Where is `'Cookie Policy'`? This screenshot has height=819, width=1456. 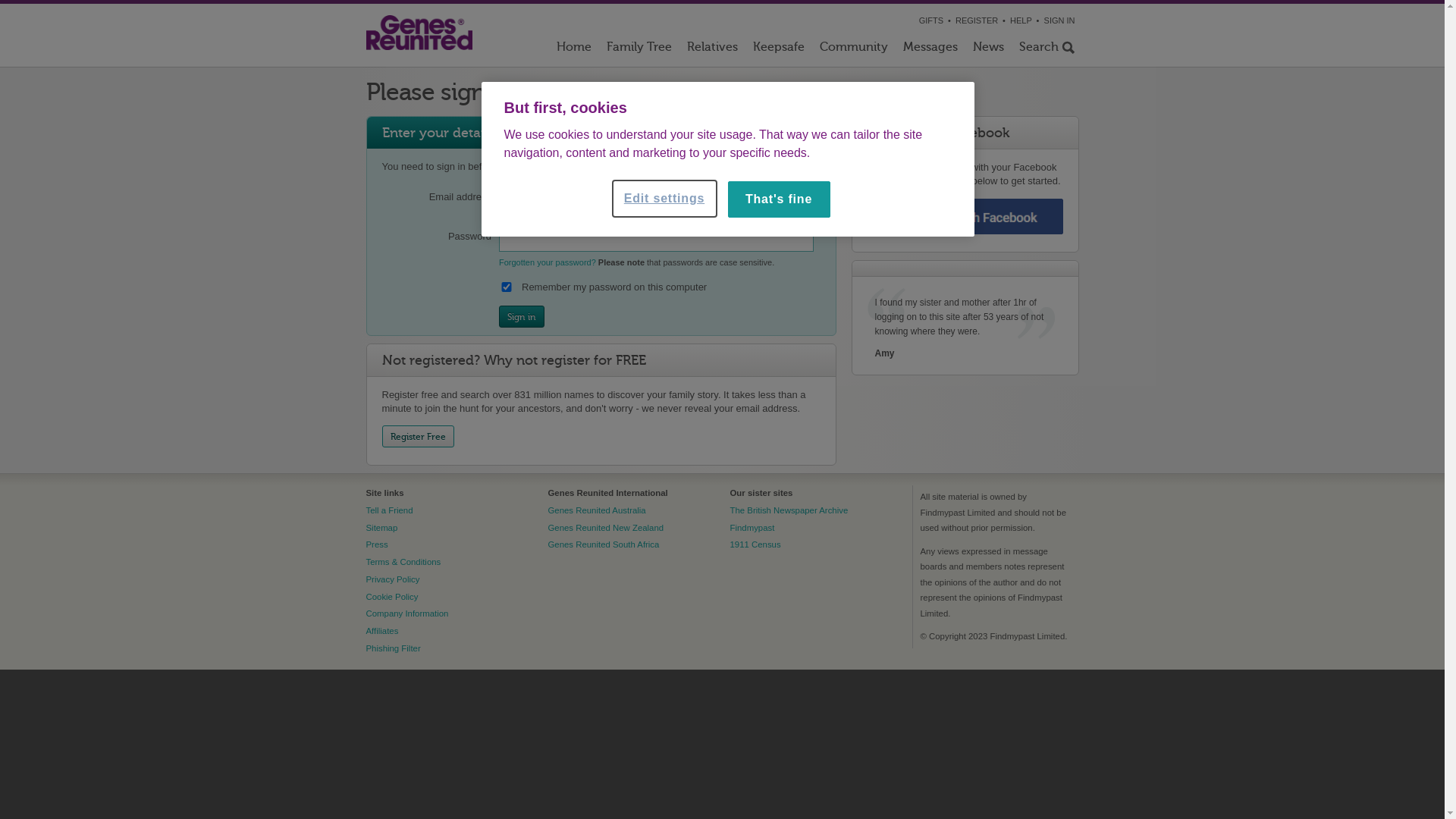 'Cookie Policy' is located at coordinates (391, 595).